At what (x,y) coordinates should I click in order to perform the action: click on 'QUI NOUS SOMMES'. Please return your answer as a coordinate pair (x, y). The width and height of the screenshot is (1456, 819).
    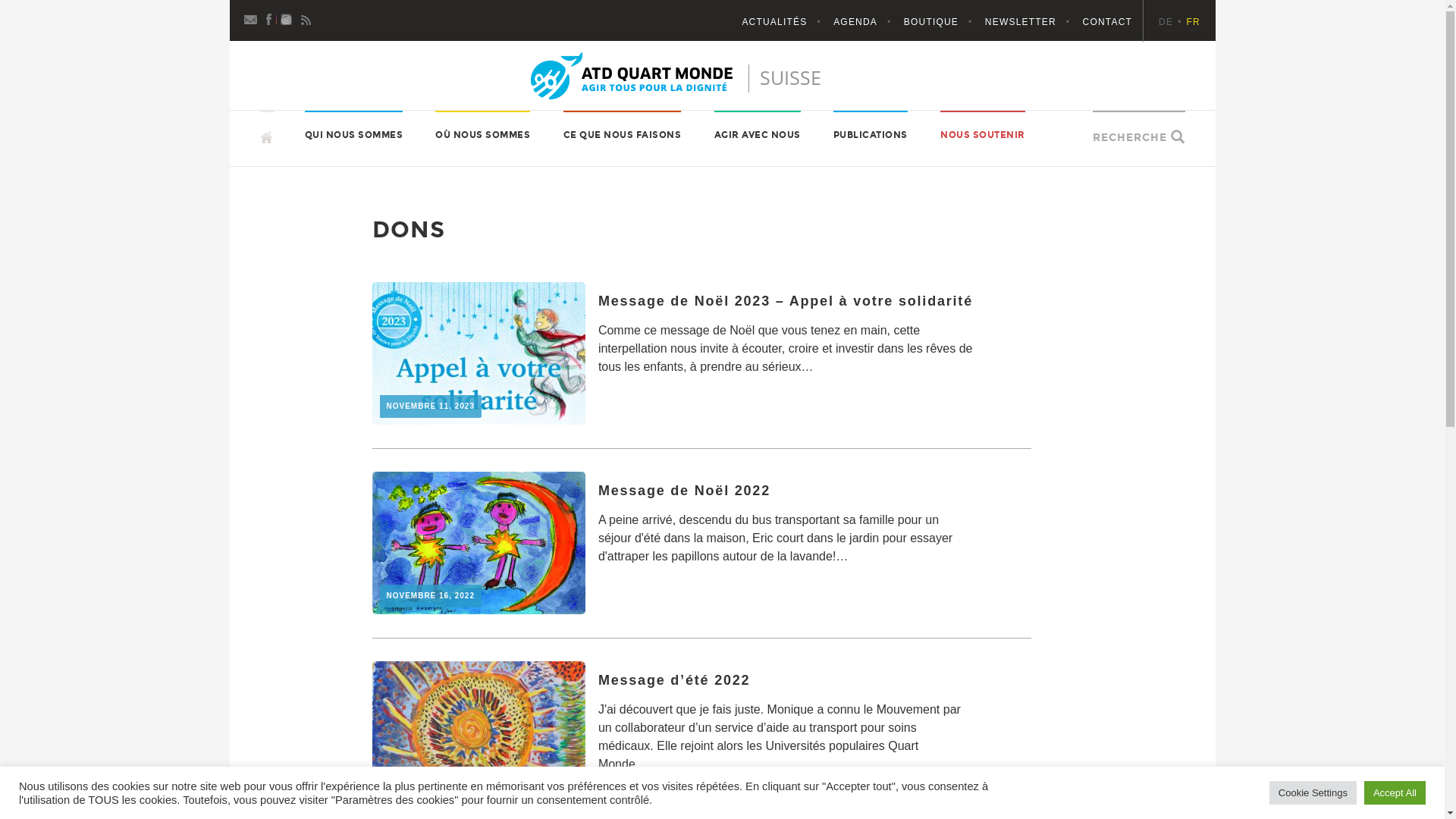
    Looking at the image, I should click on (353, 133).